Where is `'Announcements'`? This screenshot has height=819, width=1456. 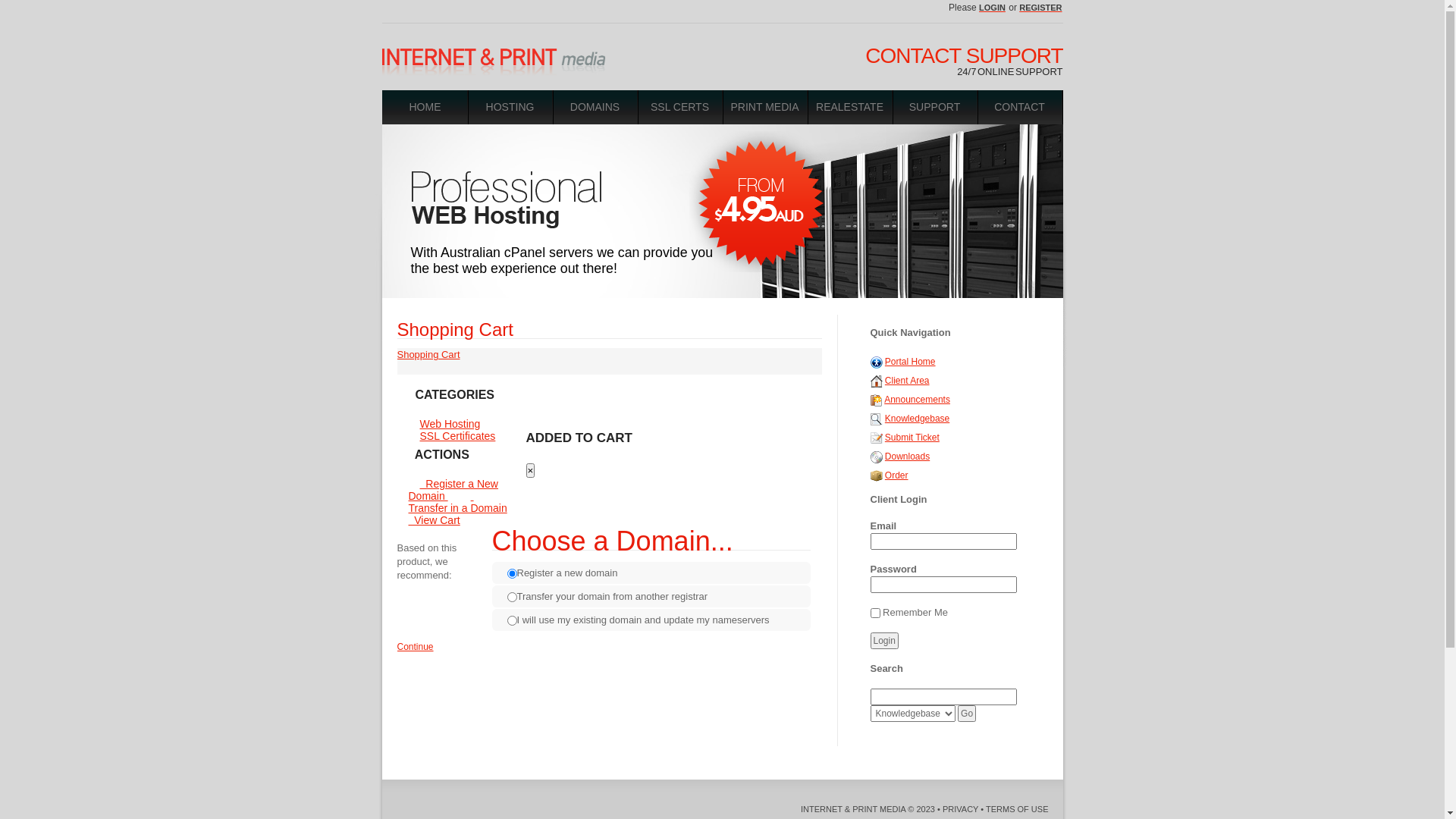
'Announcements' is located at coordinates (916, 399).